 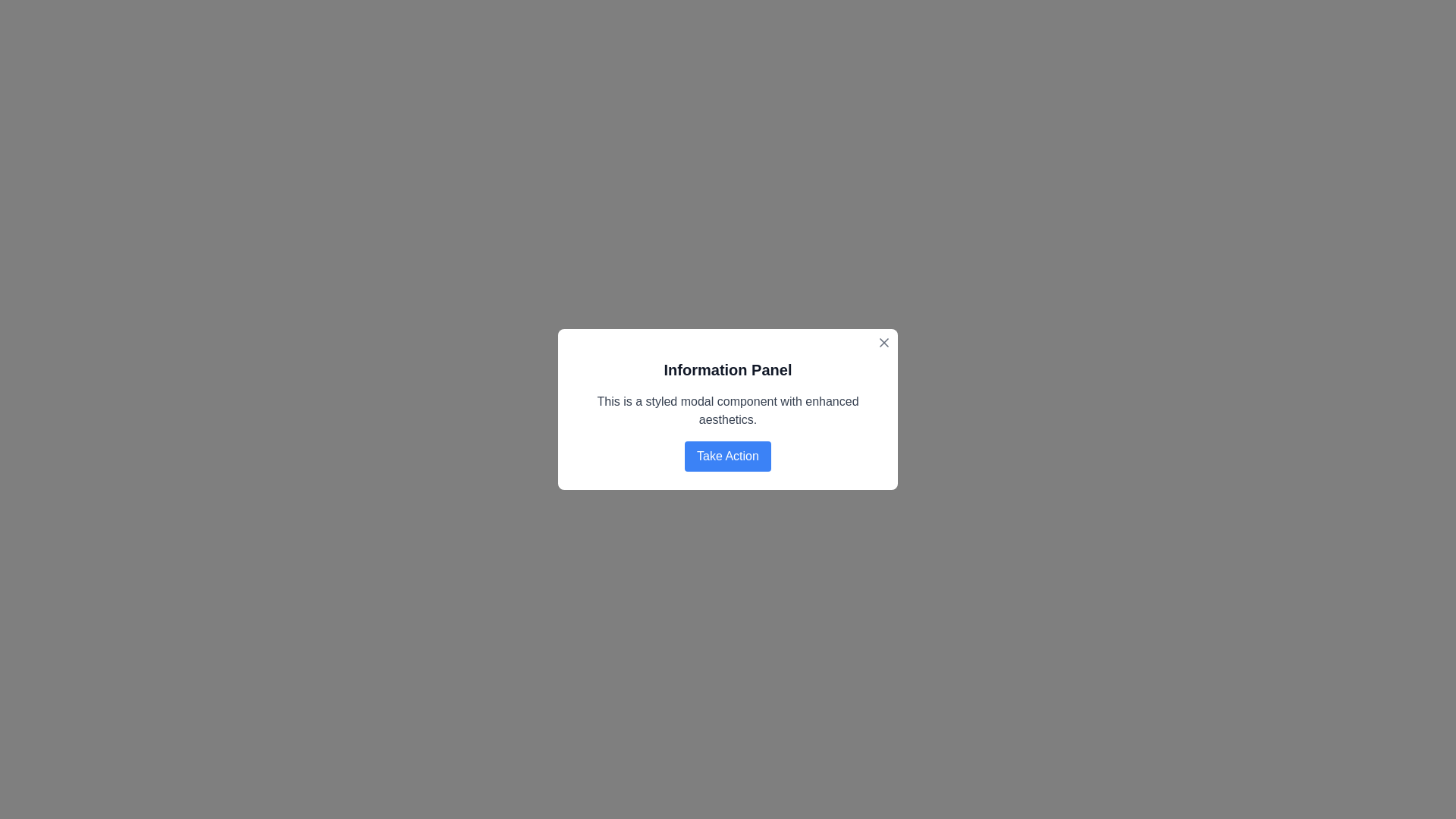 I want to click on information displayed in the 'Information Panel' which includes the title 'Information Panel', descriptive text, and the 'Take Action' button, so click(x=728, y=415).